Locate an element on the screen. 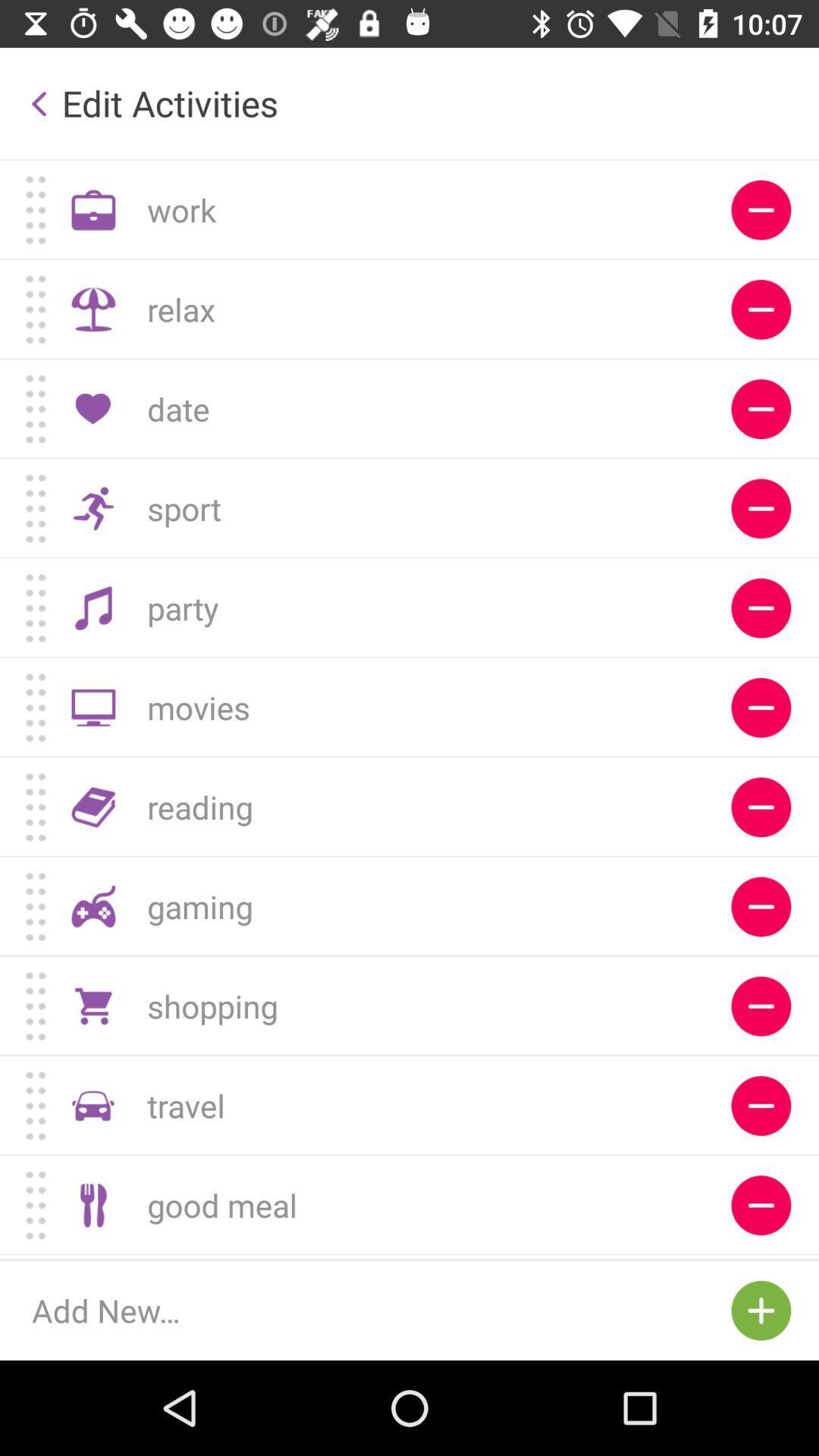 The width and height of the screenshot is (819, 1456). party is located at coordinates (761, 608).